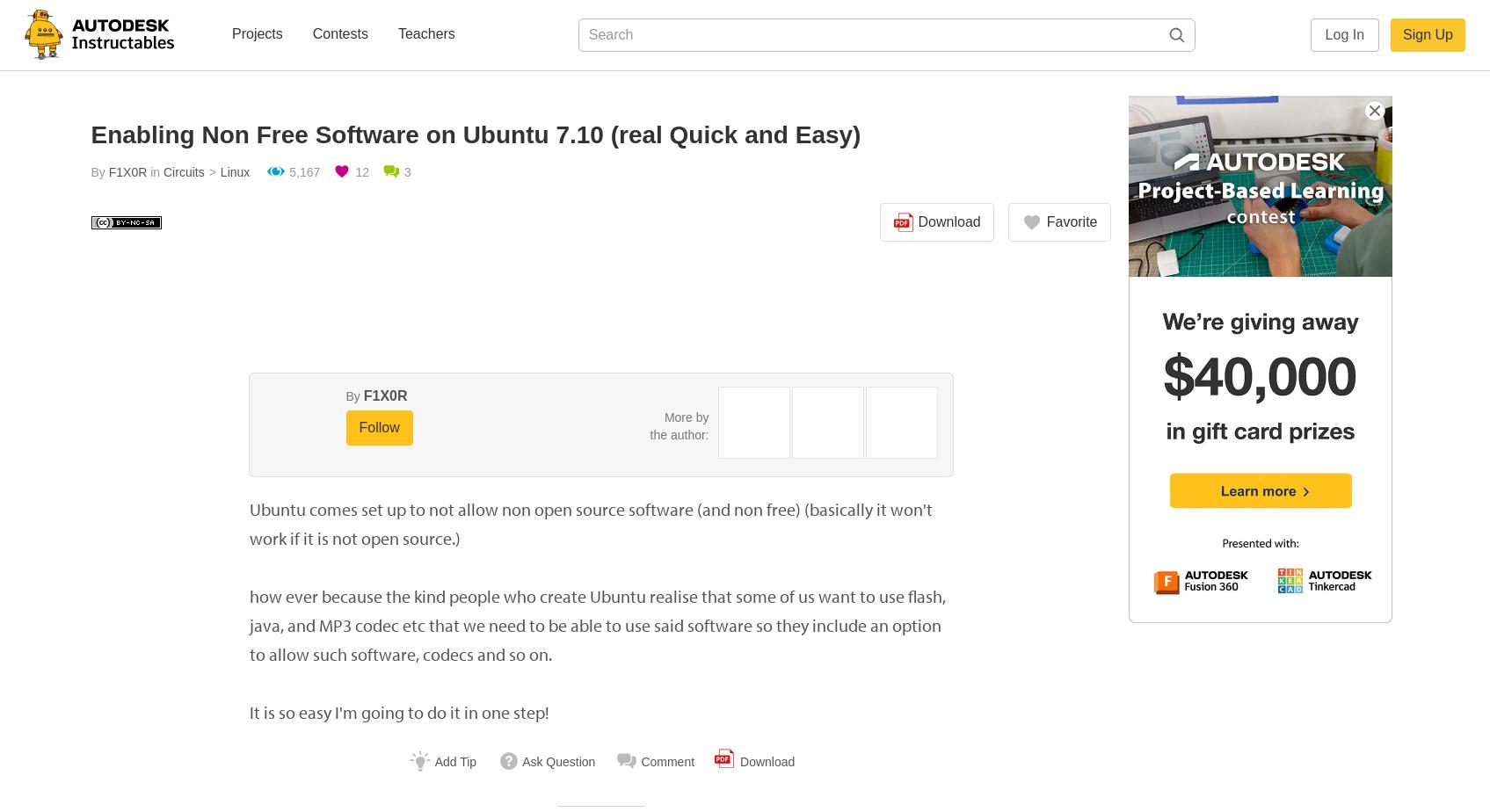 The image size is (1490, 812). Describe the element at coordinates (1427, 34) in the screenshot. I see `'Sign Up'` at that location.